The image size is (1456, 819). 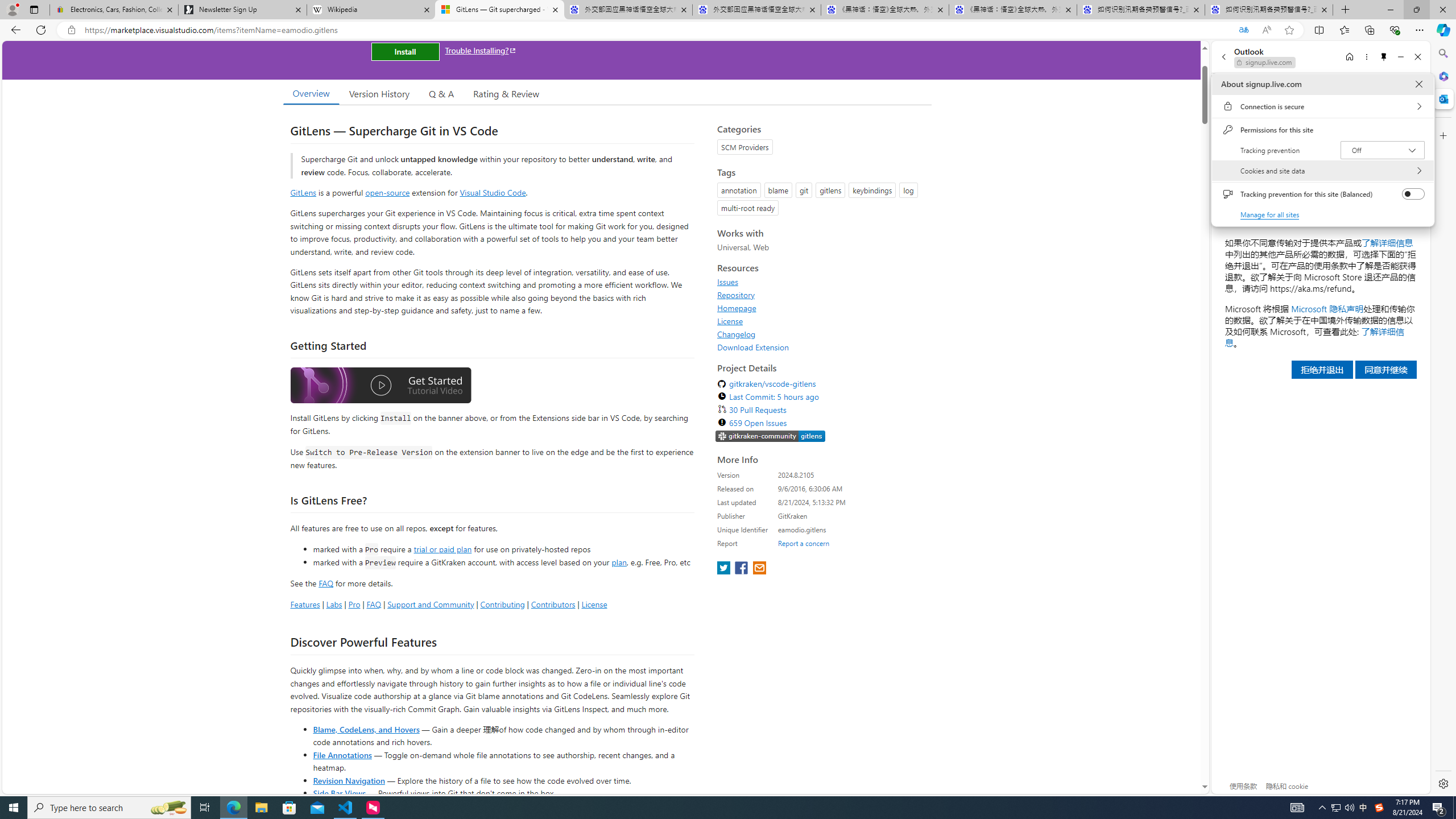 I want to click on 'Action Center, 2 new notifications', so click(x=1439, y=806).